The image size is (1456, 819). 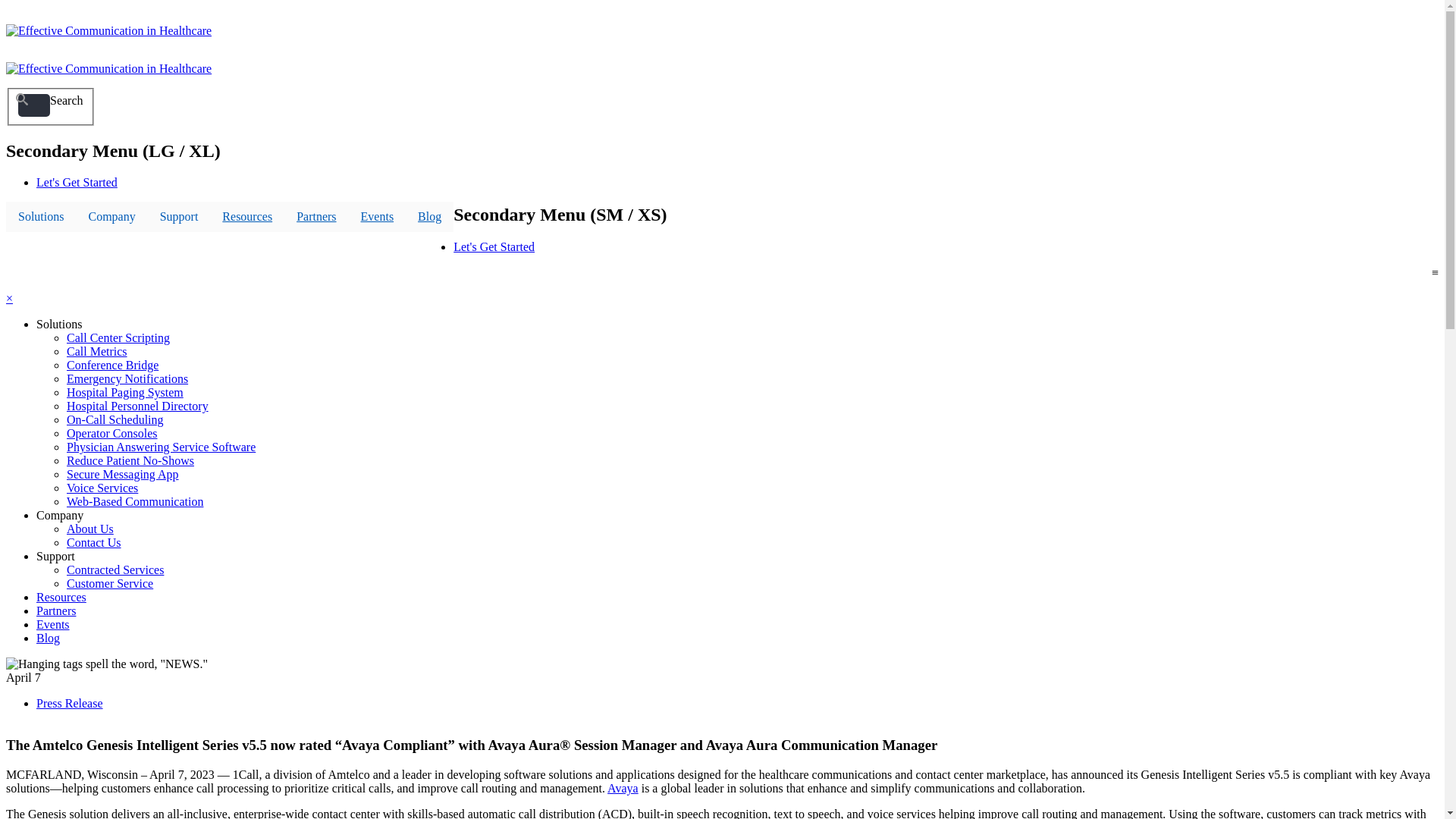 I want to click on 'Let's Get Started', so click(x=76, y=181).